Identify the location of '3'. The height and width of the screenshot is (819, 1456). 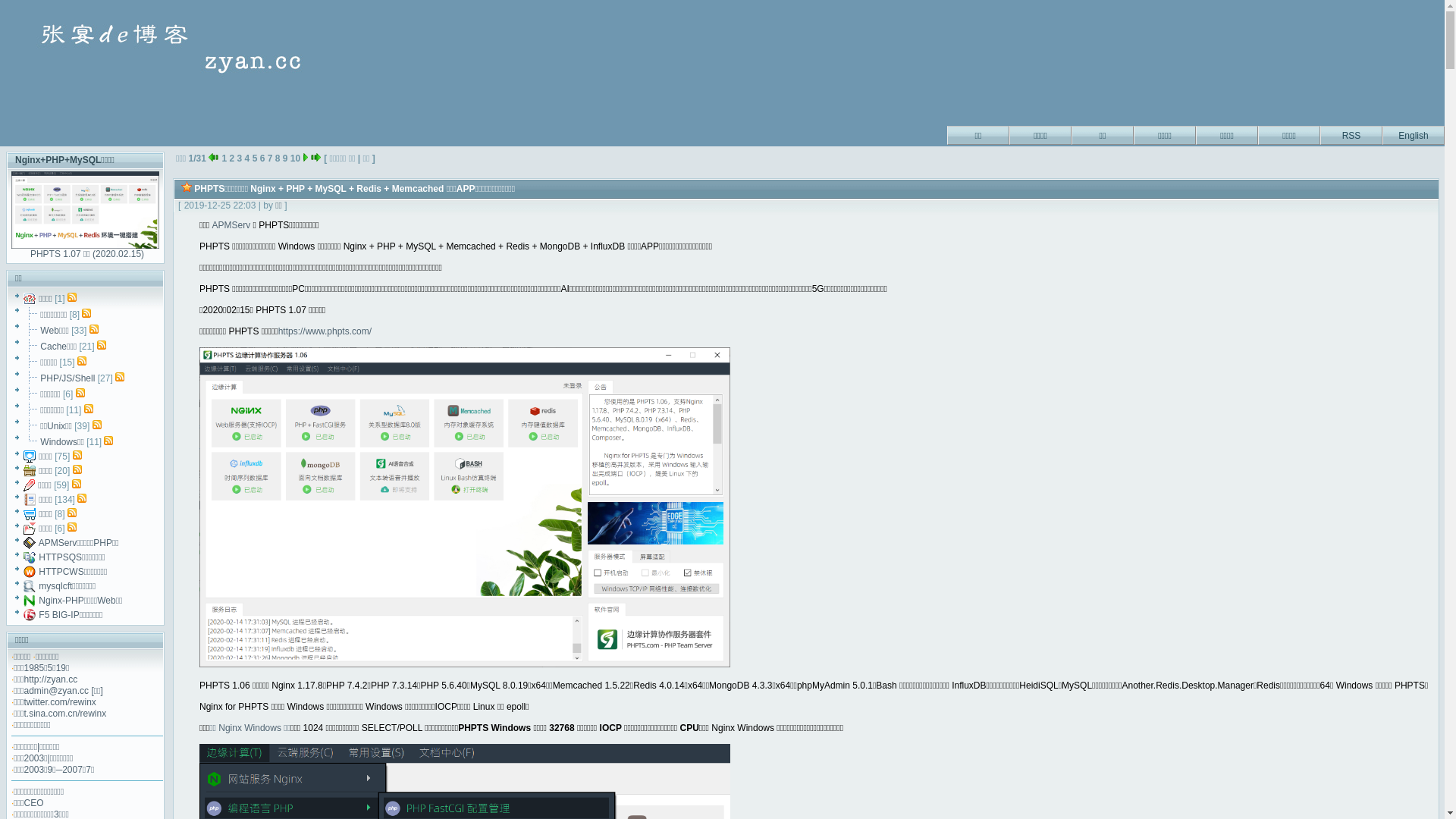
(239, 158).